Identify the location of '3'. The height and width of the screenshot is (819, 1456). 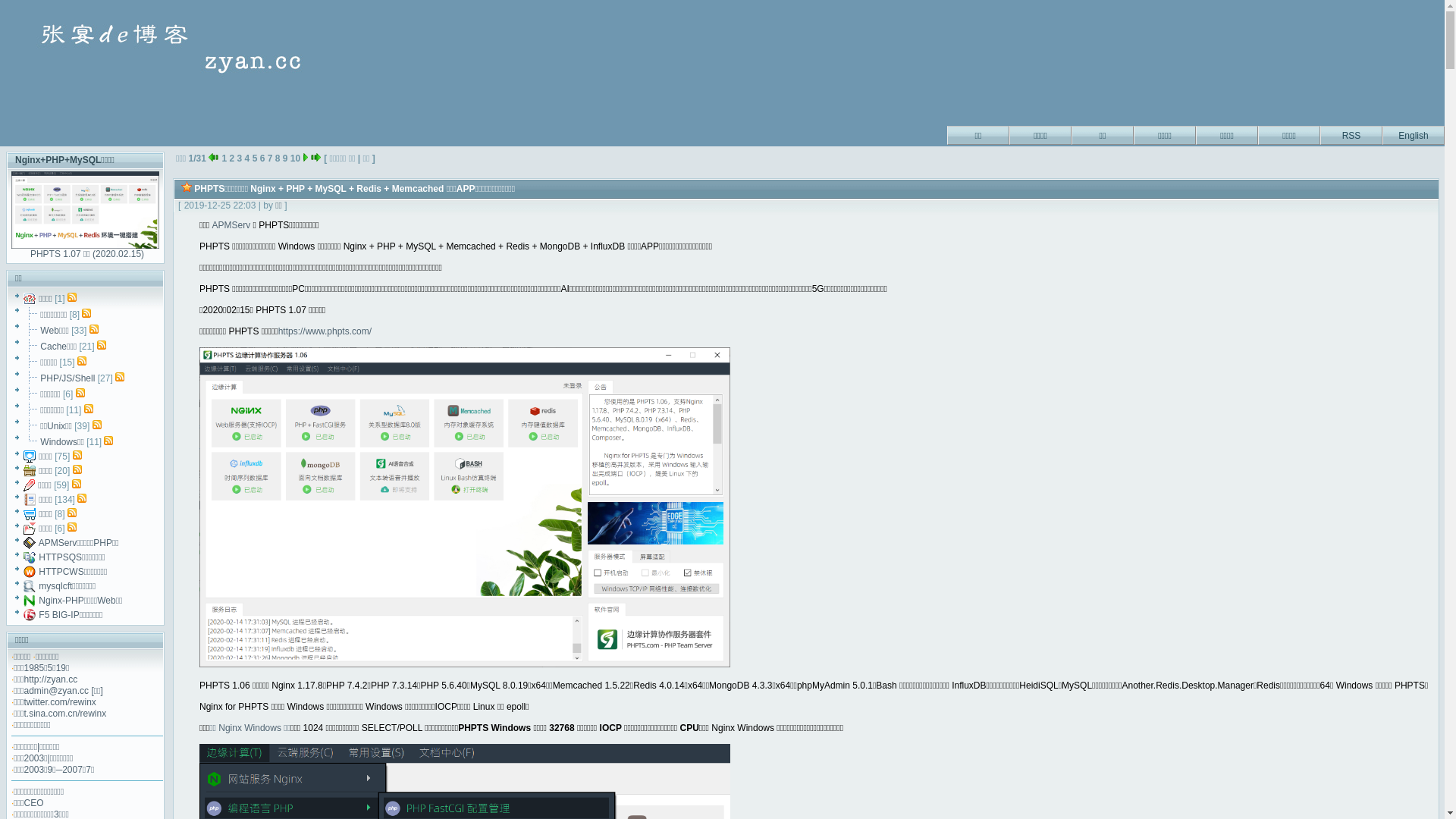
(239, 158).